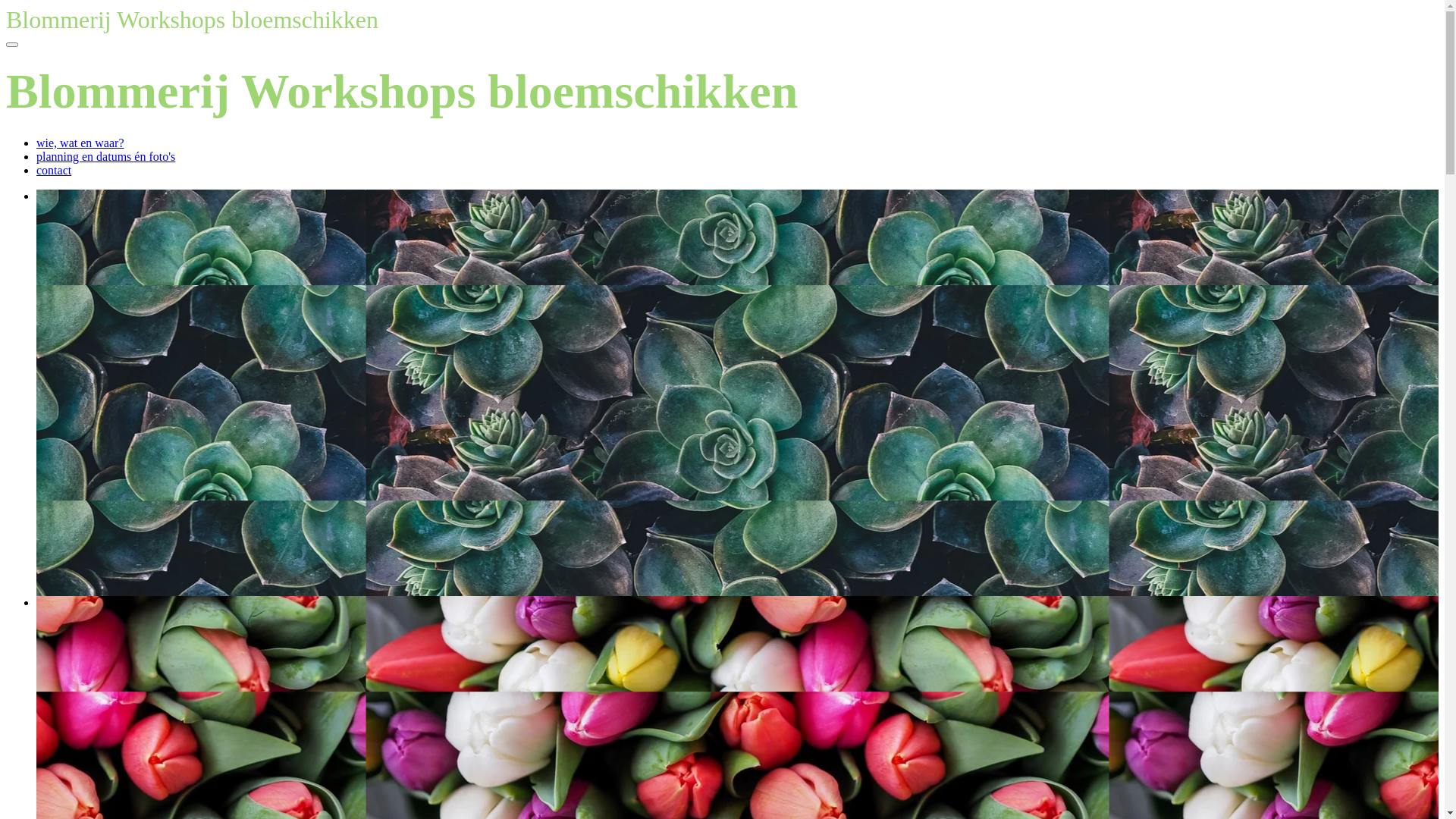 The width and height of the screenshot is (1456, 819). What do you see at coordinates (54, 170) in the screenshot?
I see `'contact'` at bounding box center [54, 170].